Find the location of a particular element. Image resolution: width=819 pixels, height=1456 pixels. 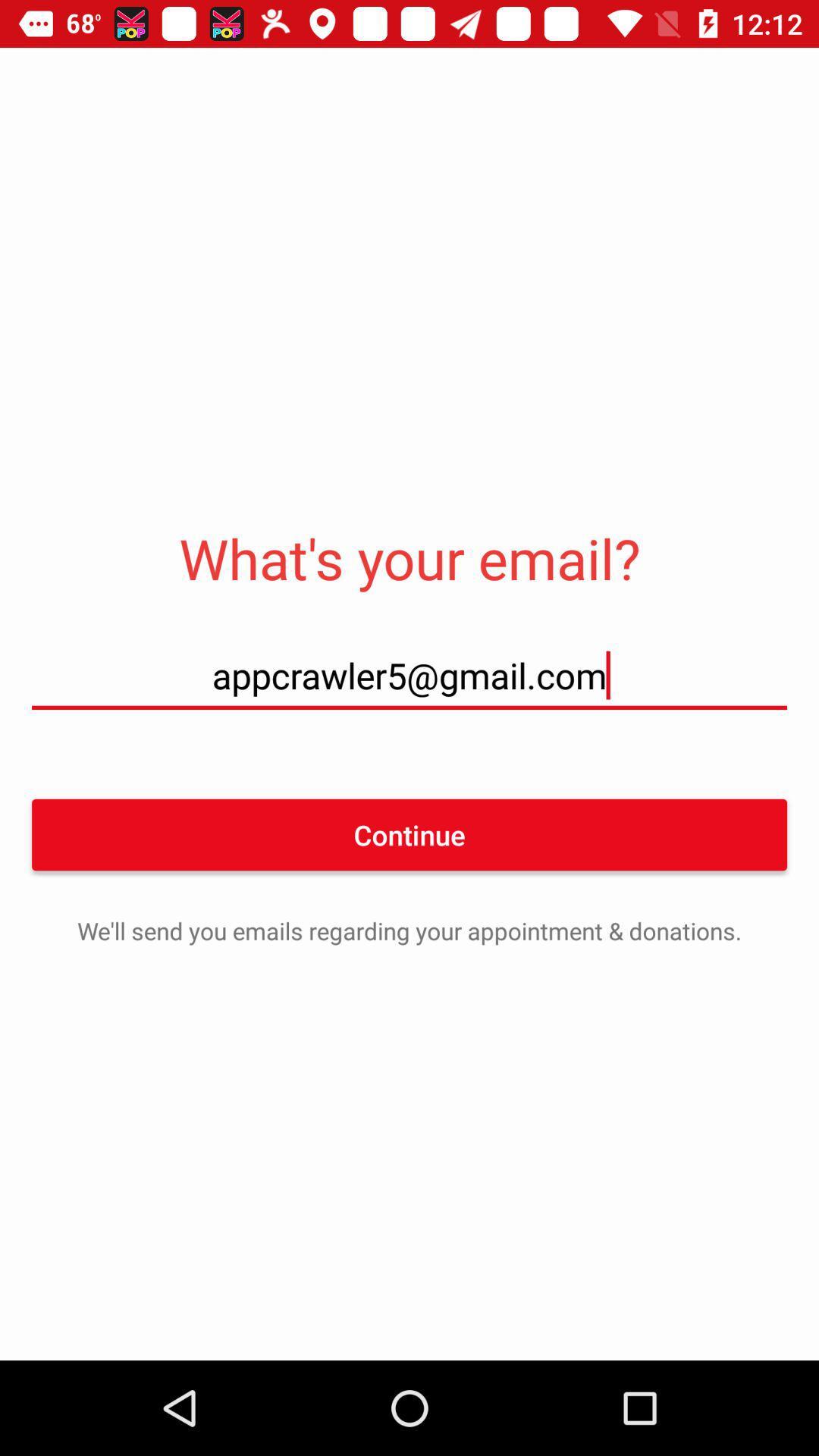

the icon below appcrawler5@gmail.com is located at coordinates (409, 833).